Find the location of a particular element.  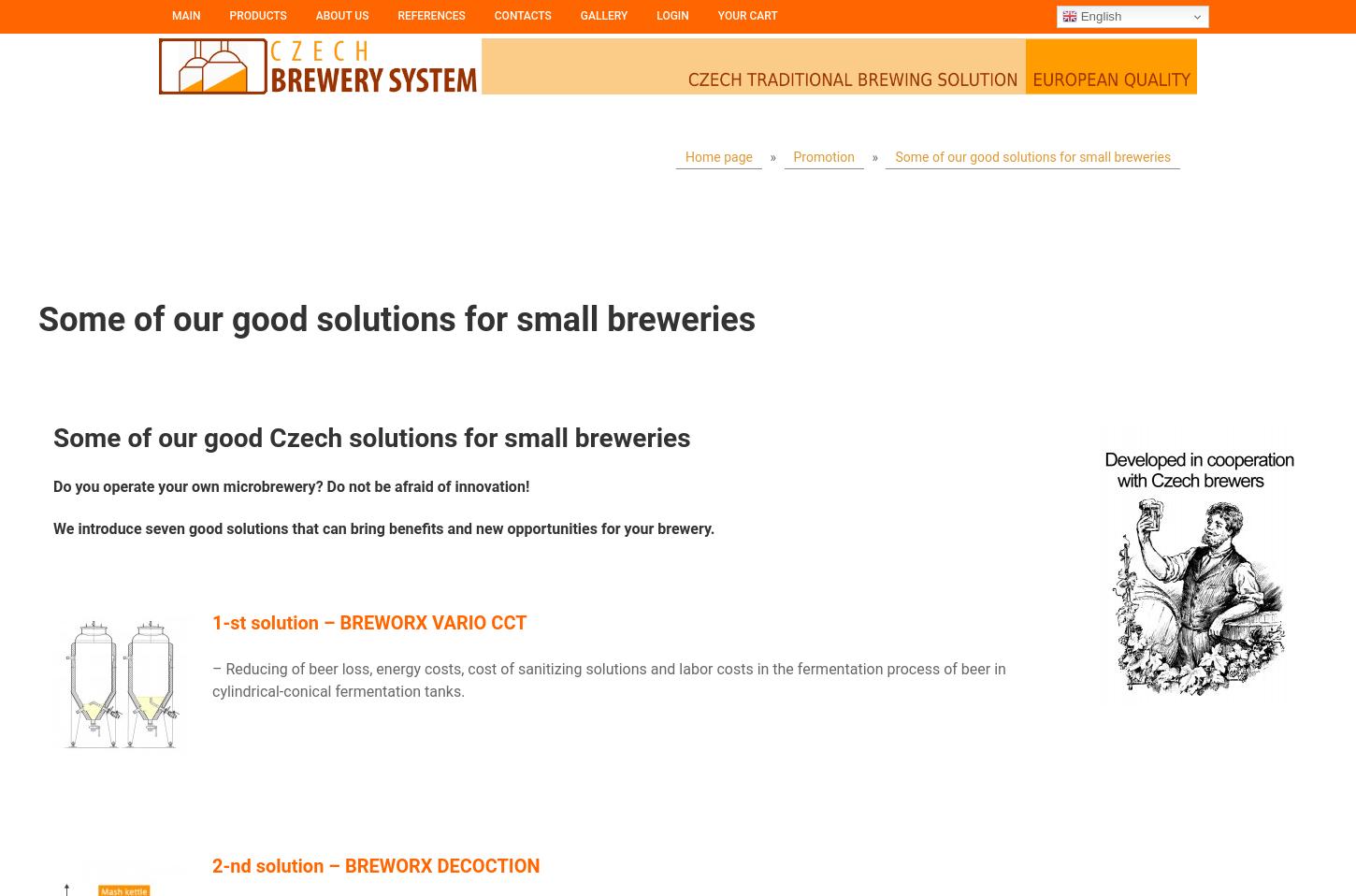

'English' is located at coordinates (1076, 14).